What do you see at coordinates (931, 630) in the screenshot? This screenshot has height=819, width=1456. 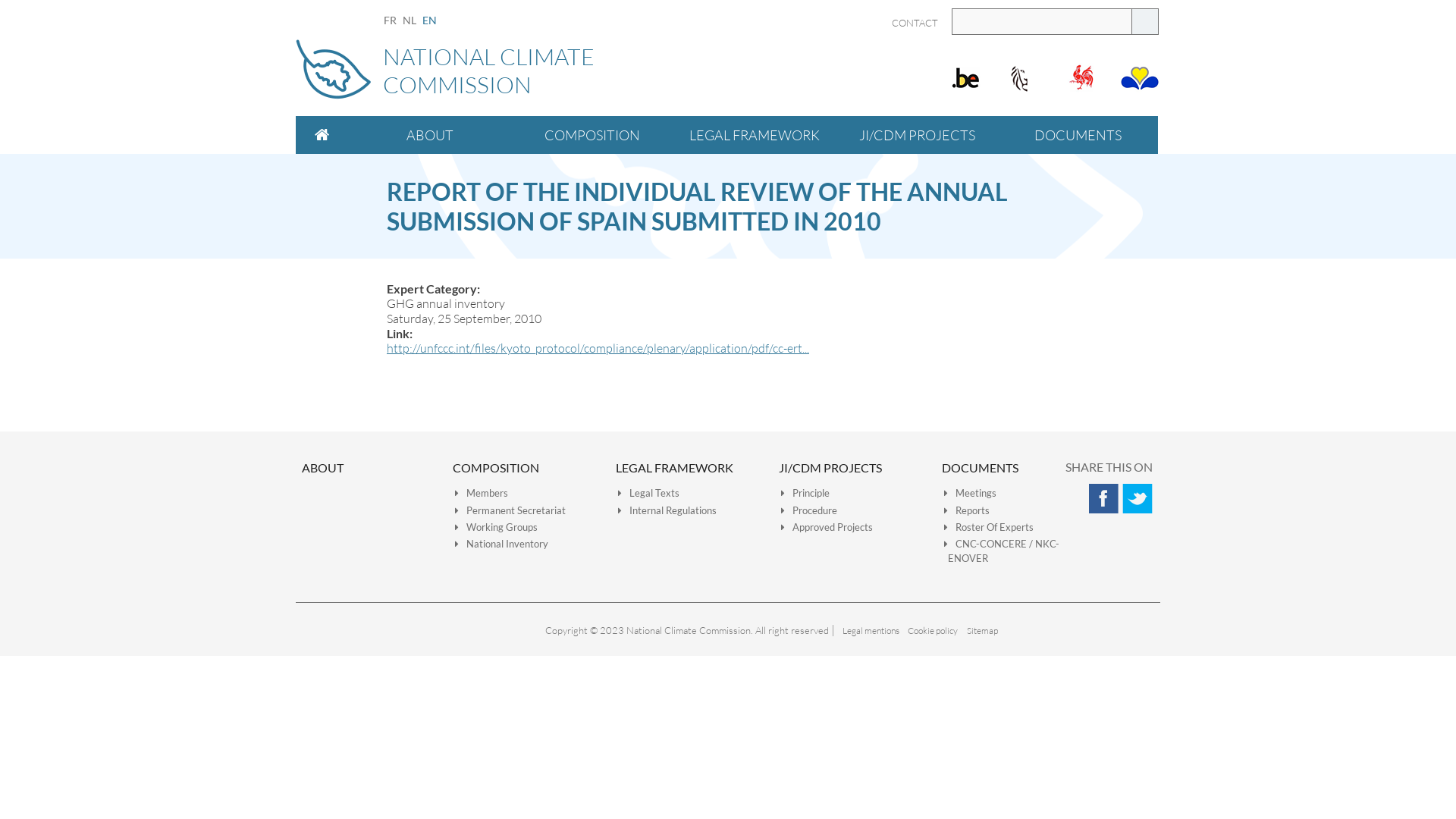 I see `'Cookie policy'` at bounding box center [931, 630].